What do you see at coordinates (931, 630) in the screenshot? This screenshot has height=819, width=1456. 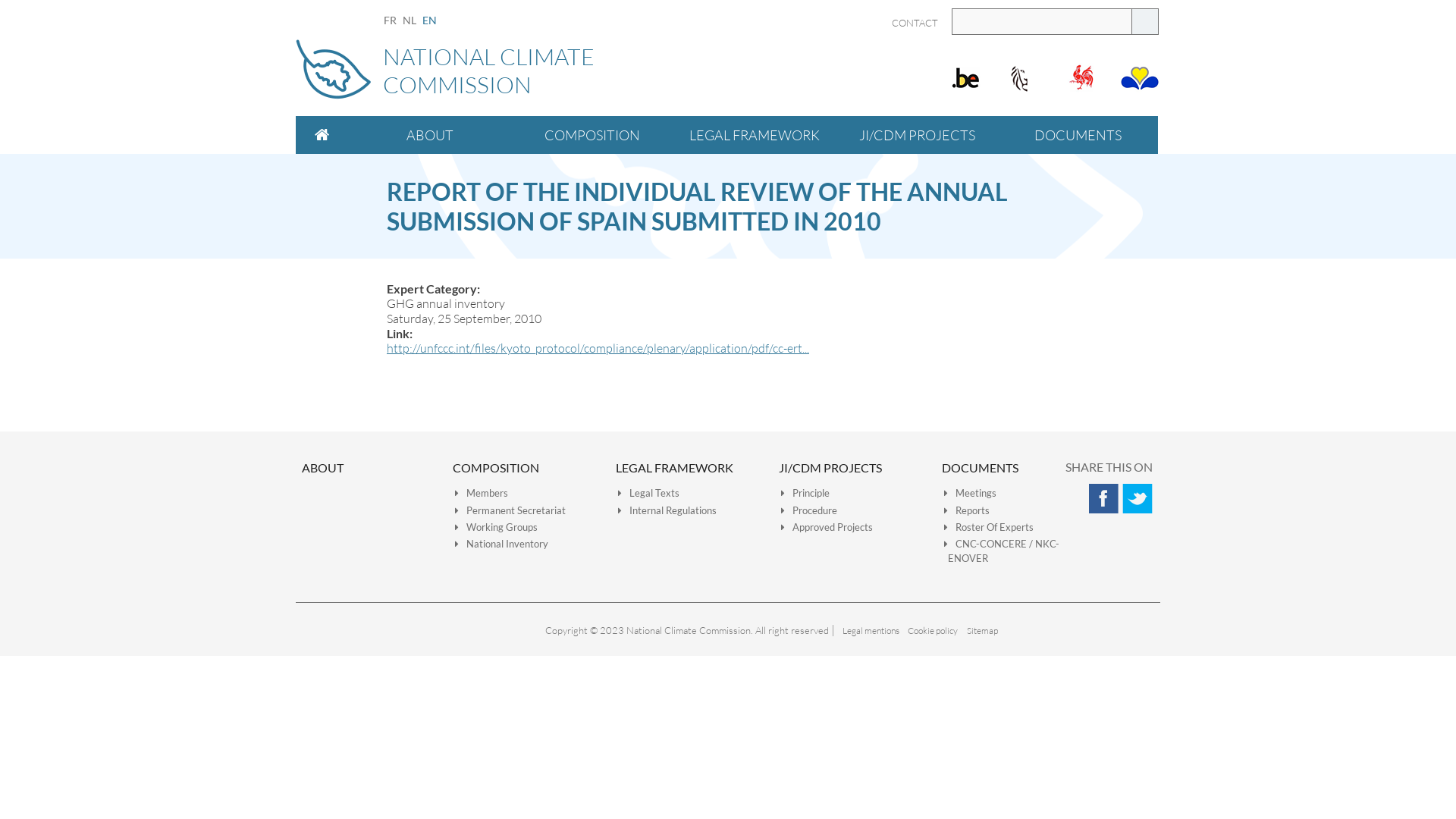 I see `'Cookie policy'` at bounding box center [931, 630].